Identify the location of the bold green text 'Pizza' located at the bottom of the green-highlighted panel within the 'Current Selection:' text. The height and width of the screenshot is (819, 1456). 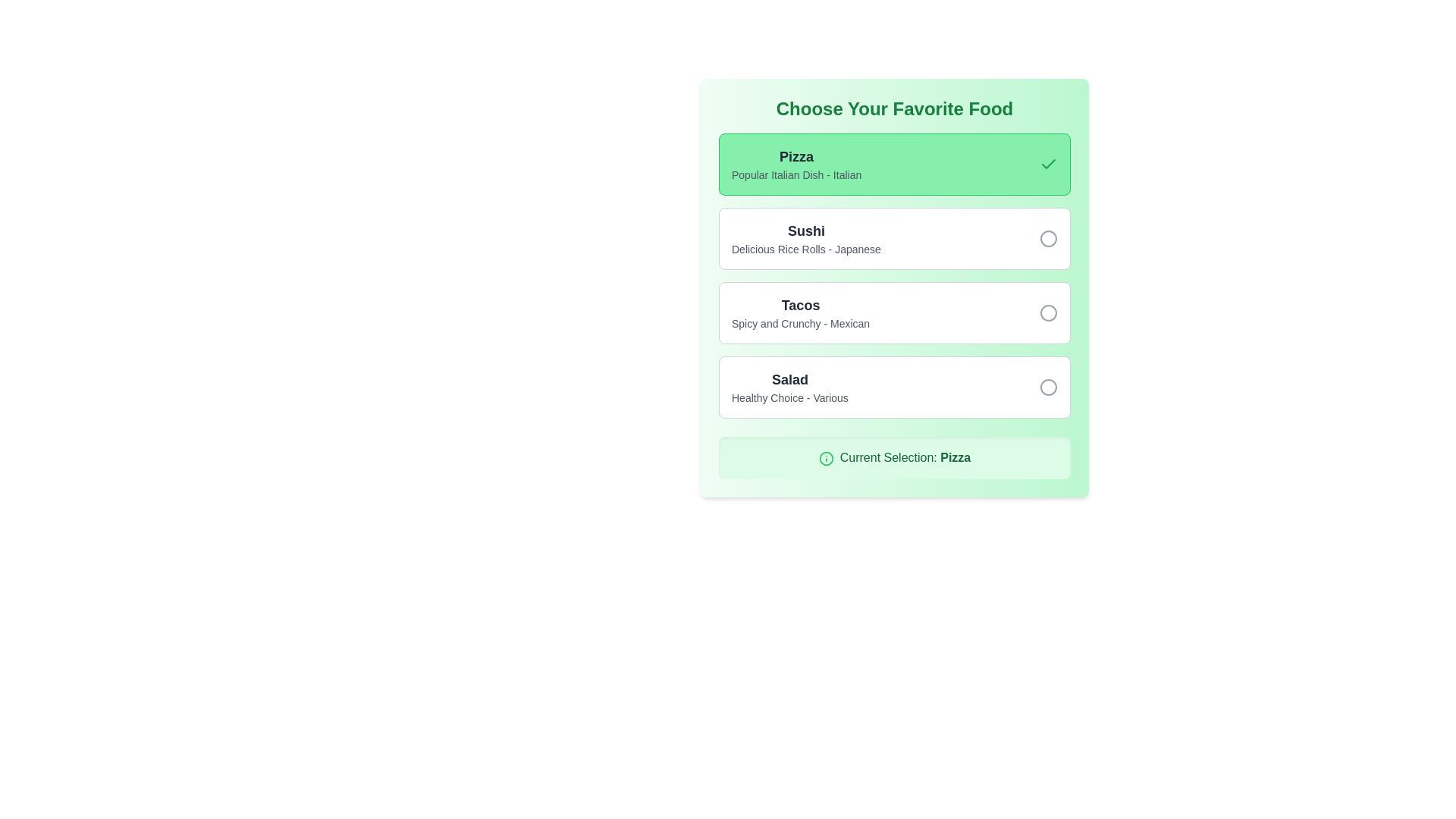
(955, 457).